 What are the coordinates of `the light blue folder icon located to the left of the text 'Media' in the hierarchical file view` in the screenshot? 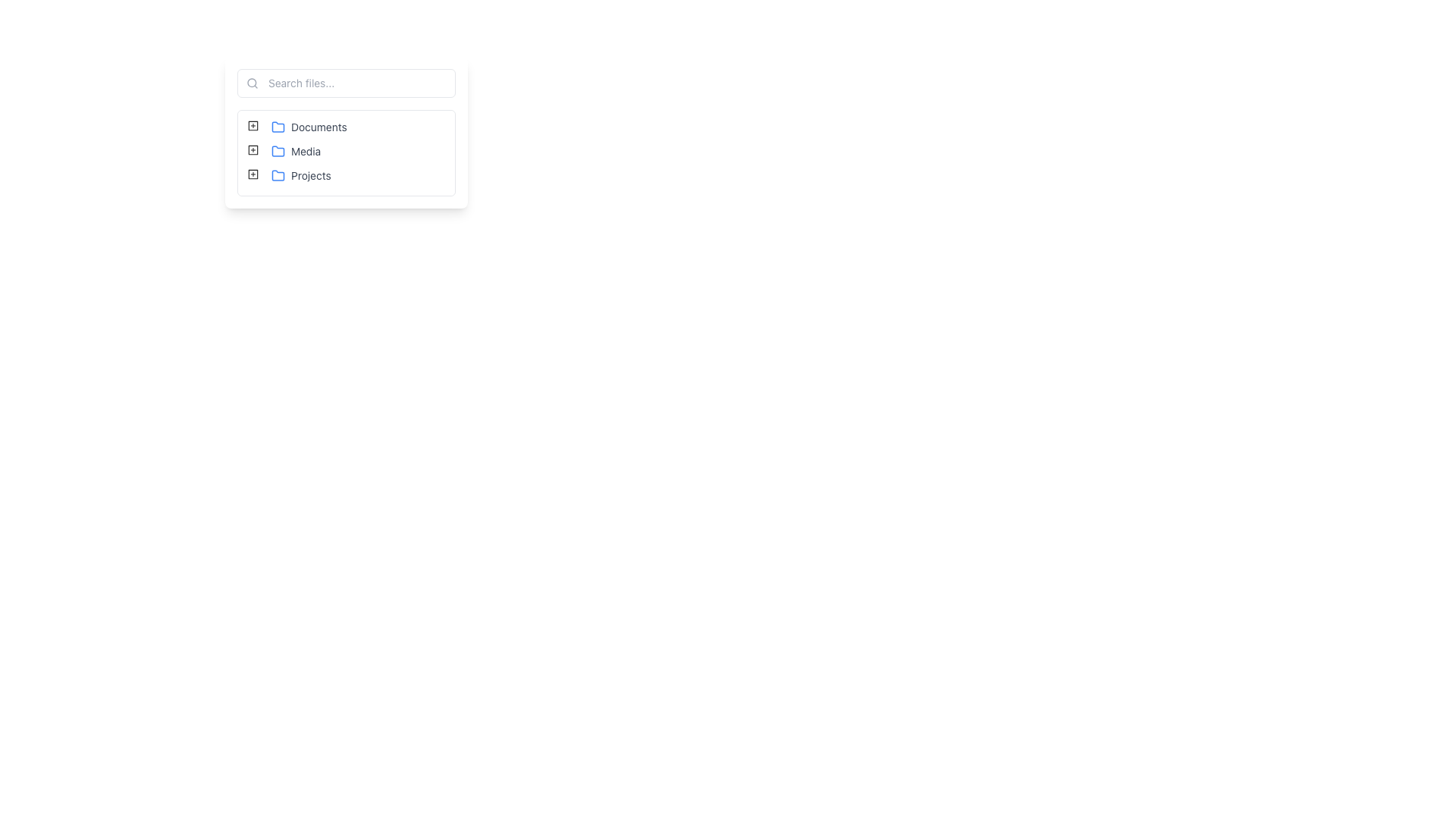 It's located at (278, 125).